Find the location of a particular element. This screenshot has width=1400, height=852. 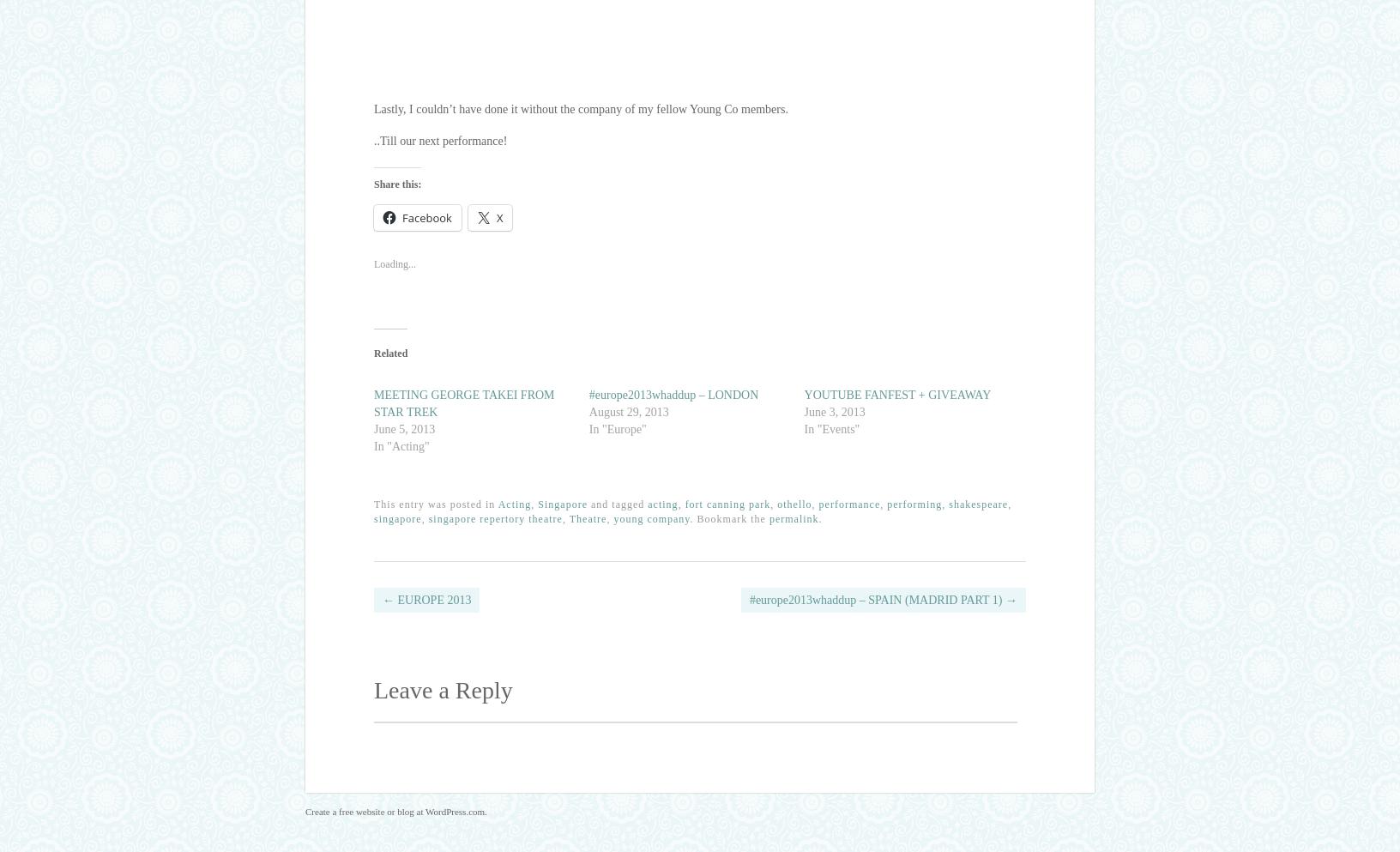

'Lastly, I couldn’t have done it without the company of my fellow Young Co members.' is located at coordinates (579, 108).